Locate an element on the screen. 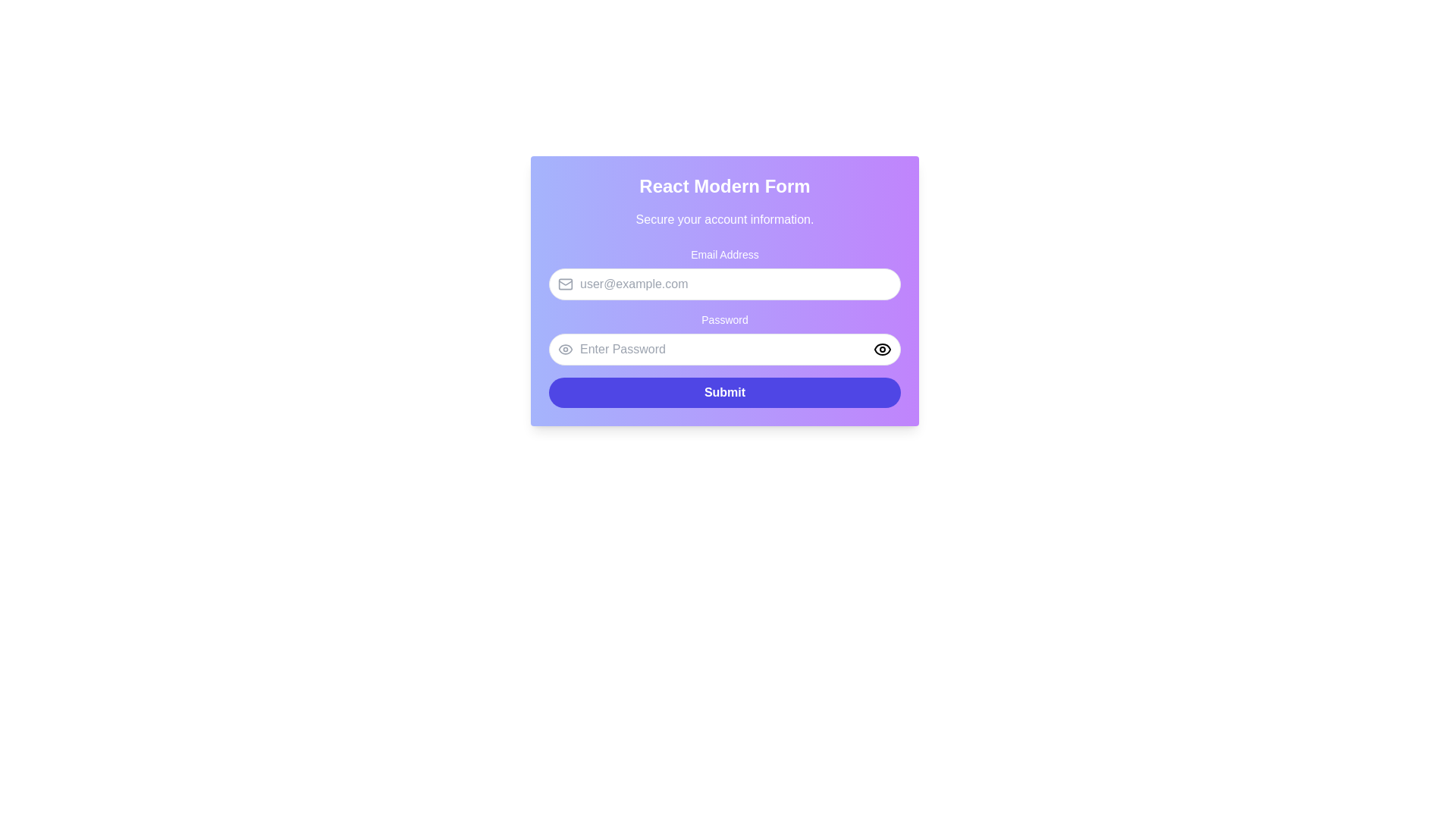  the 'Submit' button with bold font and indigo background at the bottom of the form is located at coordinates (723, 391).